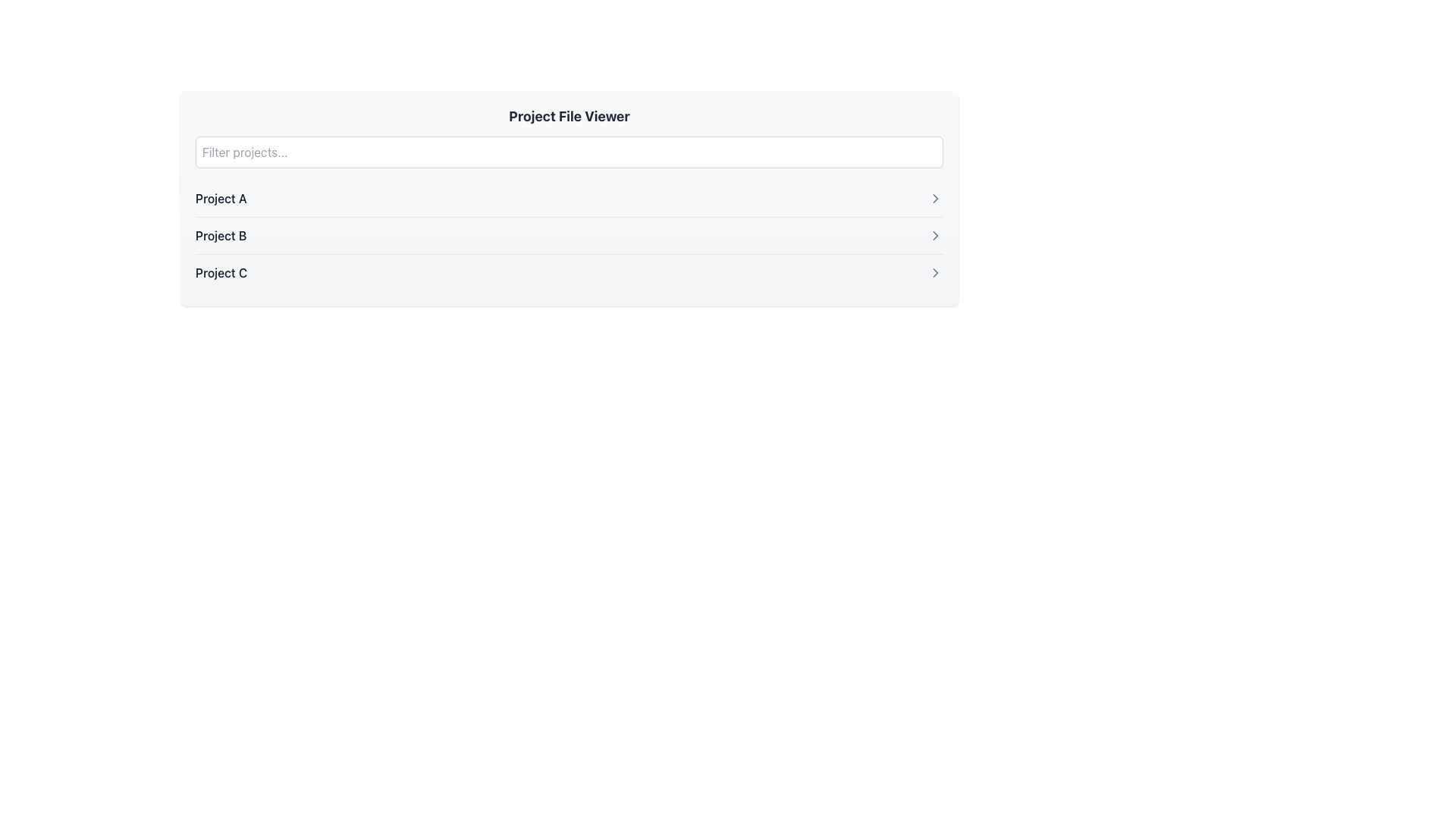 This screenshot has height=819, width=1456. I want to click on the right-pointing chevron icon with a thin gray outline located to the far right of the list item labeled 'Project B', so click(934, 236).